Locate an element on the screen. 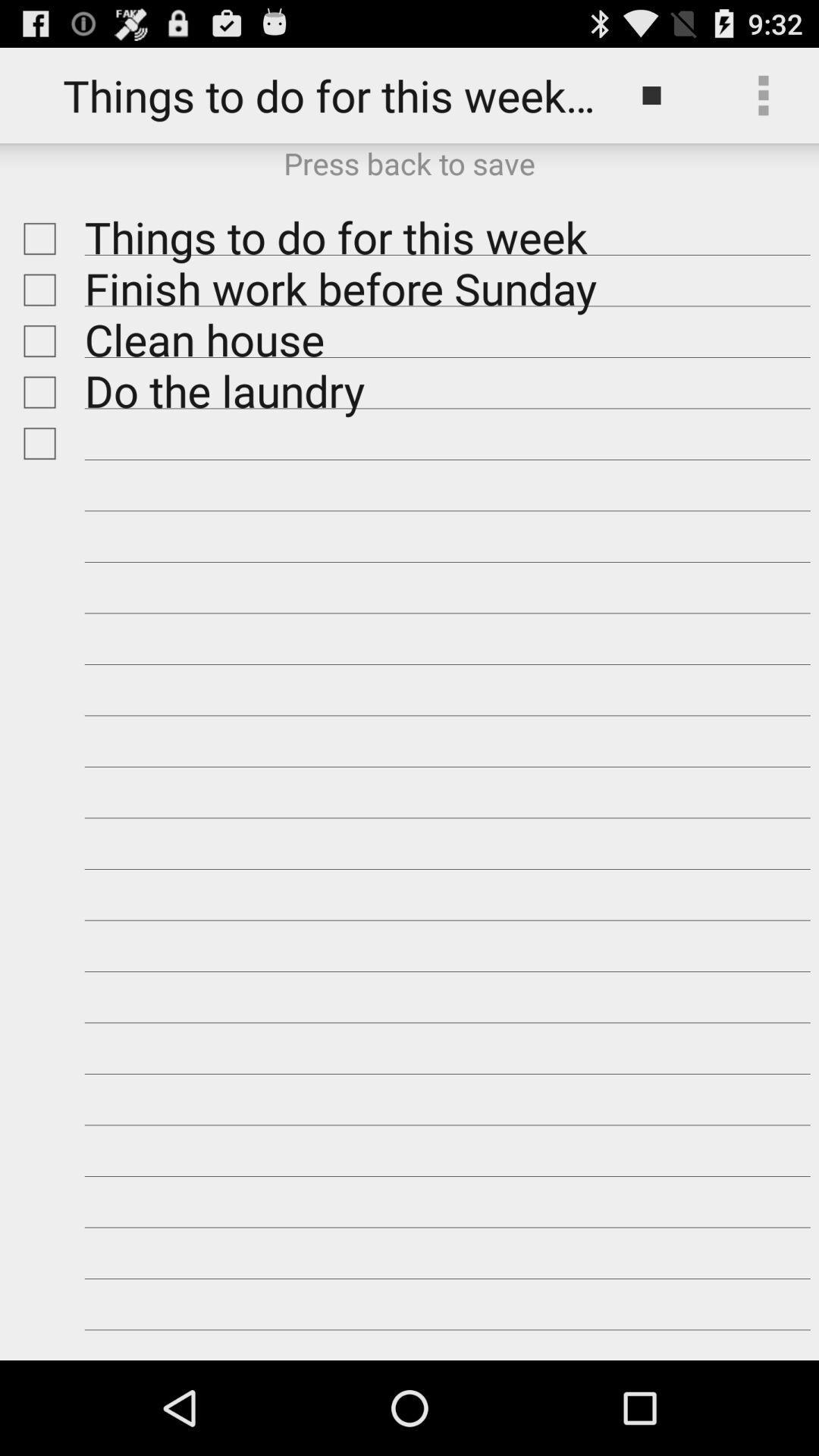 The image size is (819, 1456). select option is located at coordinates (35, 238).